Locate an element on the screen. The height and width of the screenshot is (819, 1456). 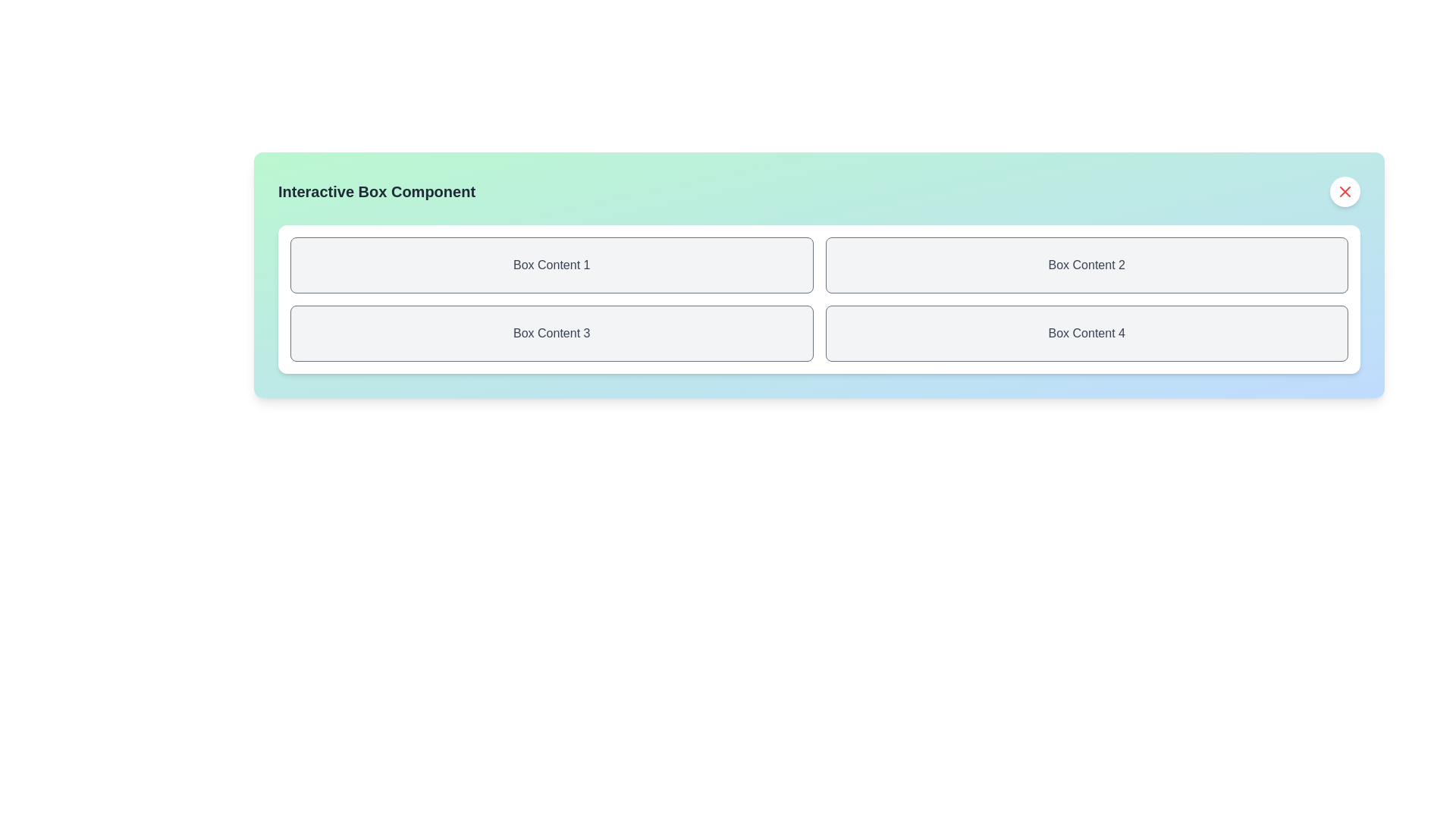
the light gray rectangular box labeled 'Box Content 2' is located at coordinates (1086, 265).